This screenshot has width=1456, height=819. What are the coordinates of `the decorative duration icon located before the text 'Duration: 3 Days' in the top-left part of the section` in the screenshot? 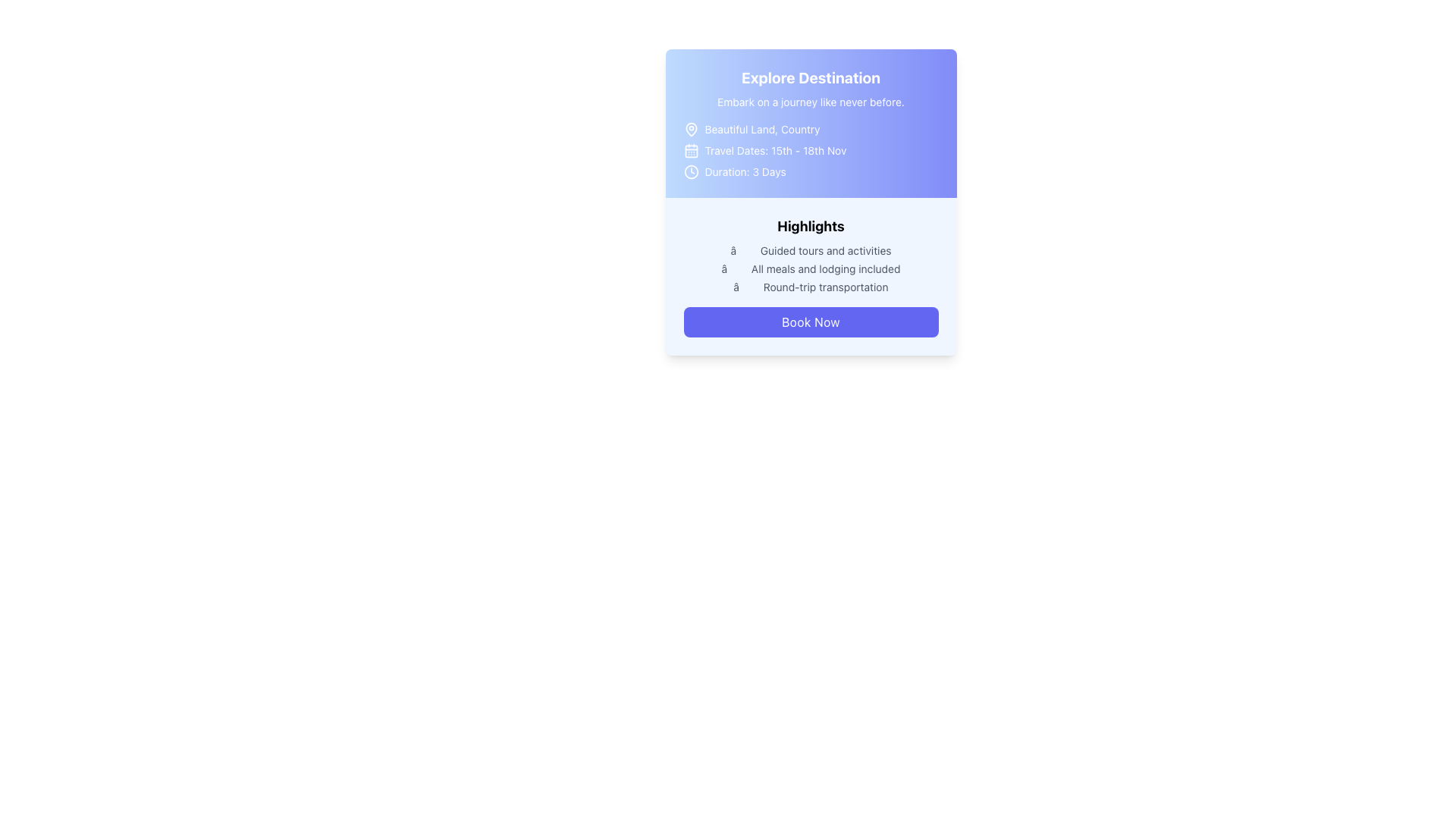 It's located at (690, 171).